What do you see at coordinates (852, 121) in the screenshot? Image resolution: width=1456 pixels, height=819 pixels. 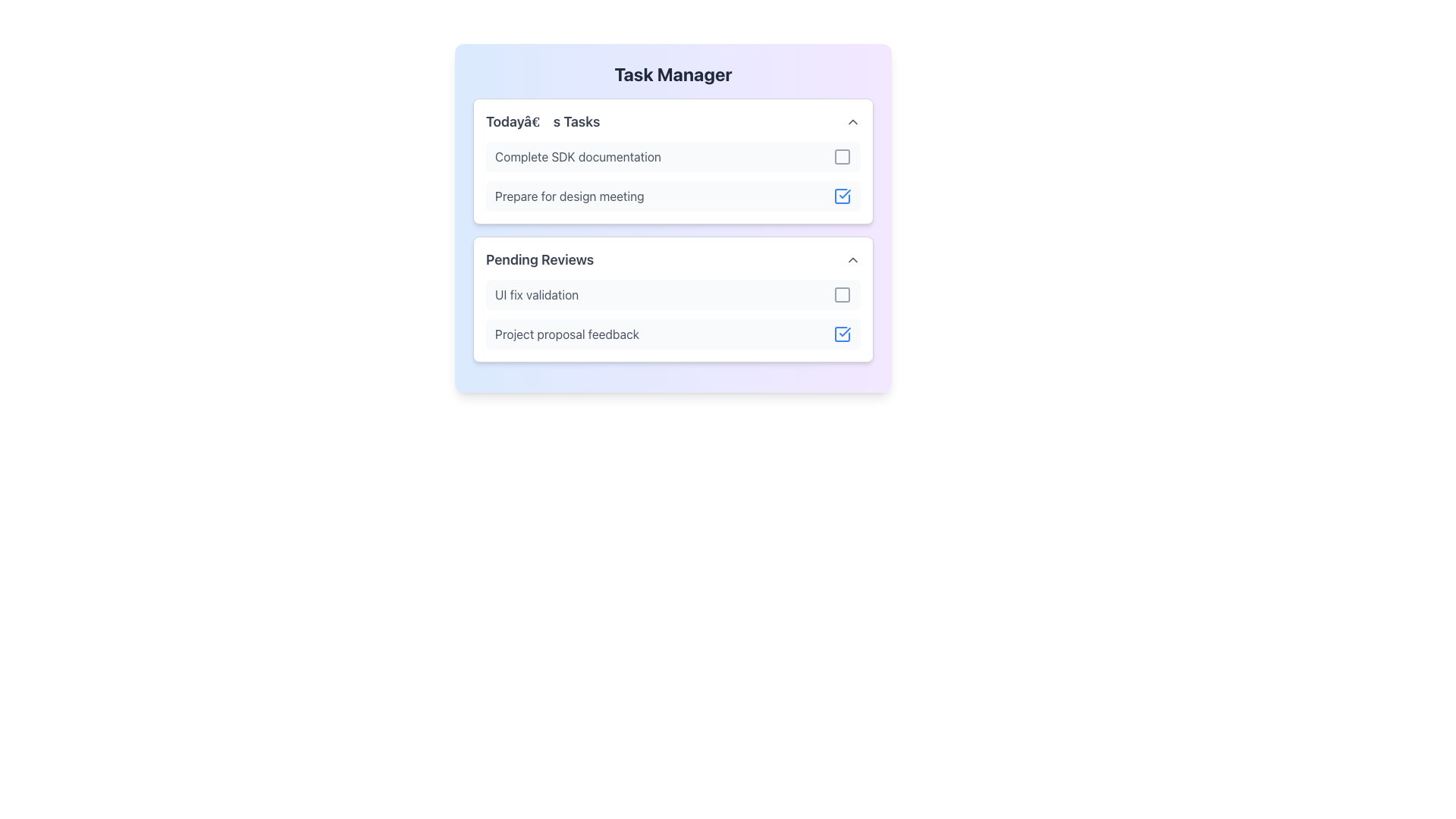 I see `the upward arrow button located in the top-right corner of the 'Today’s Tasks' section` at bounding box center [852, 121].